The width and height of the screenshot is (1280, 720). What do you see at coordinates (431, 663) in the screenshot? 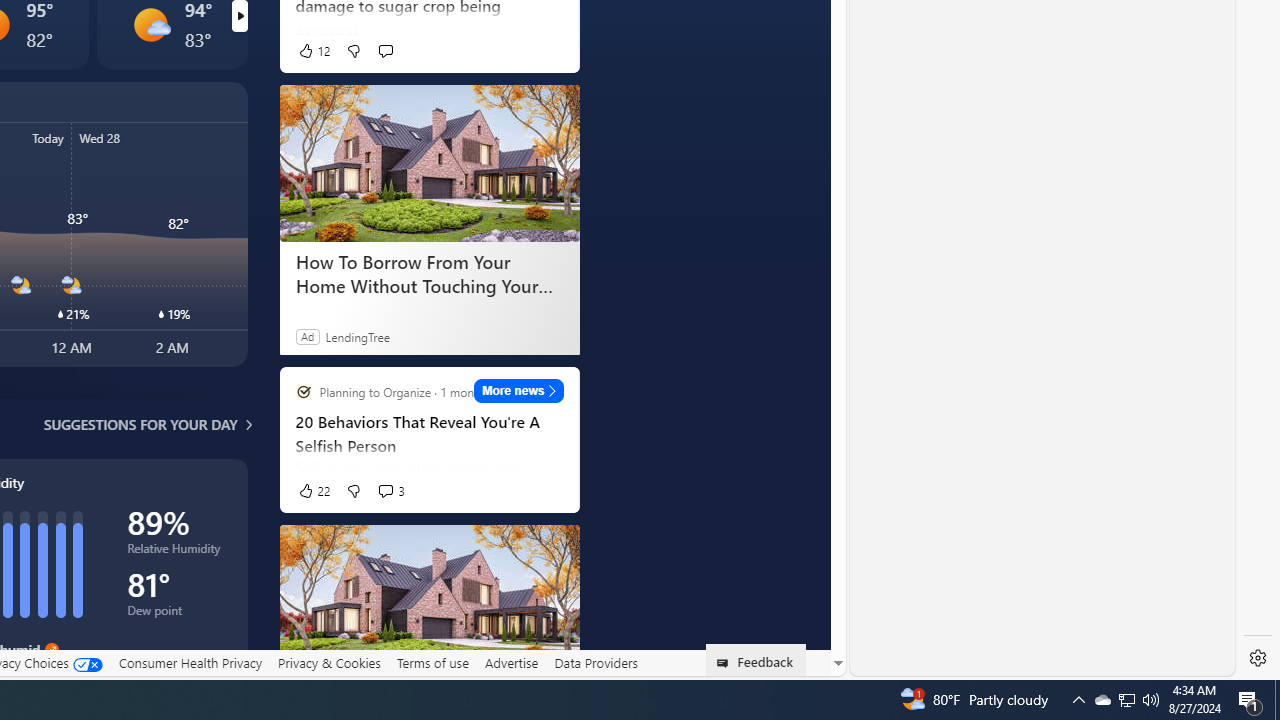
I see `'Terms of use'` at bounding box center [431, 663].